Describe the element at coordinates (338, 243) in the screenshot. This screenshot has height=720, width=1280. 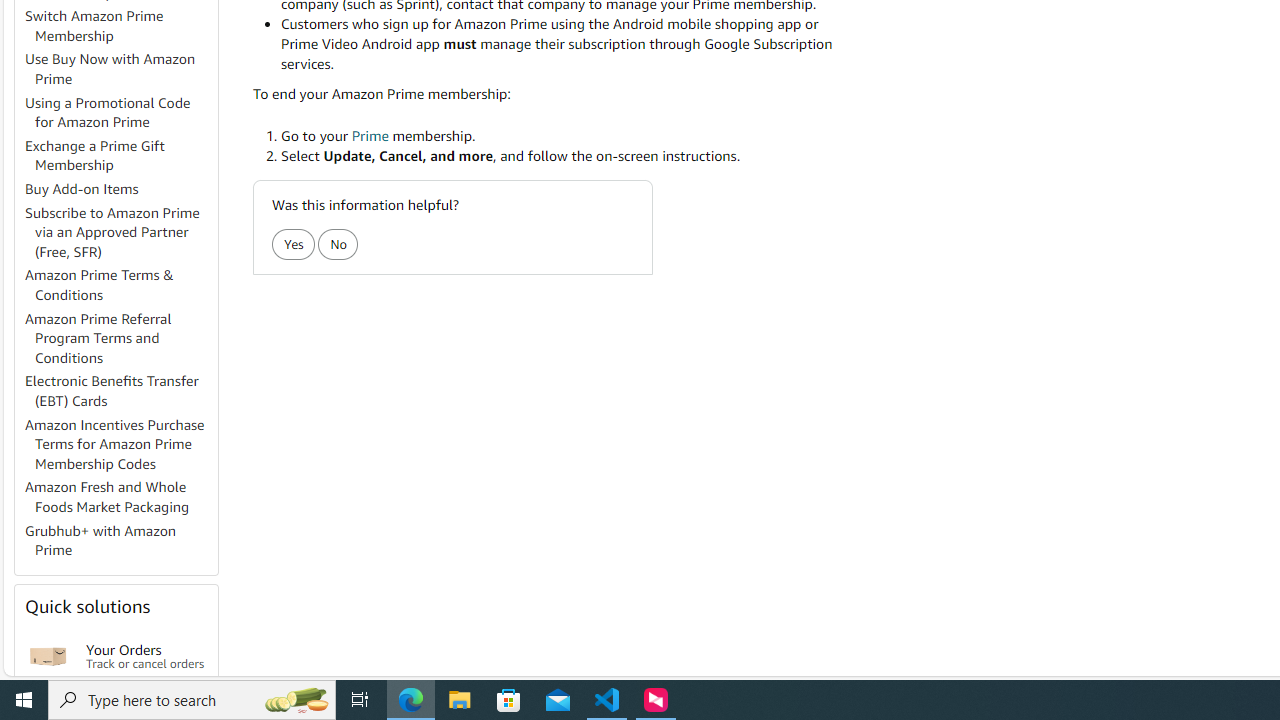
I see `'No'` at that location.